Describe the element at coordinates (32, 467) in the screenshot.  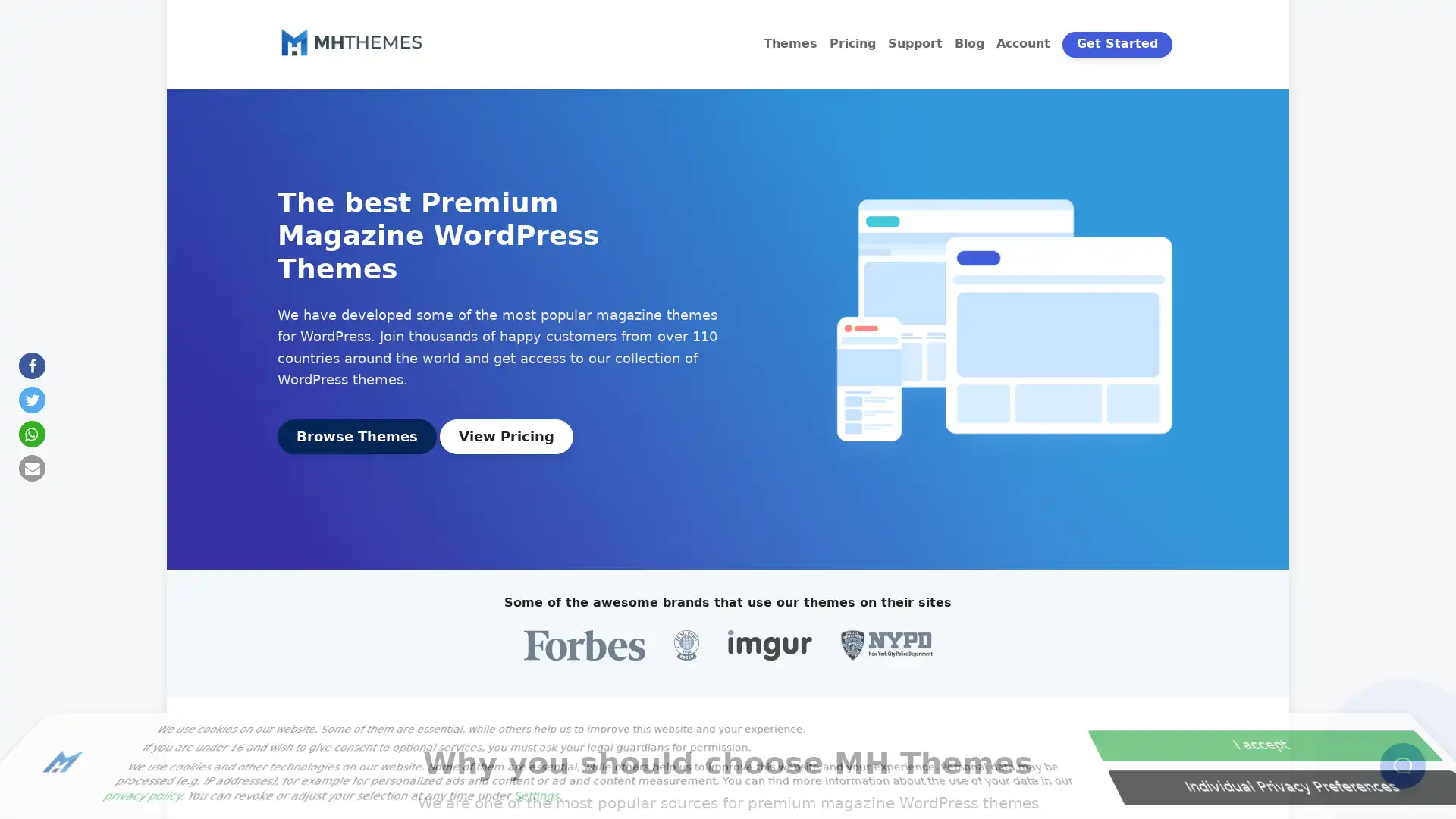
I see `Send by email` at that location.